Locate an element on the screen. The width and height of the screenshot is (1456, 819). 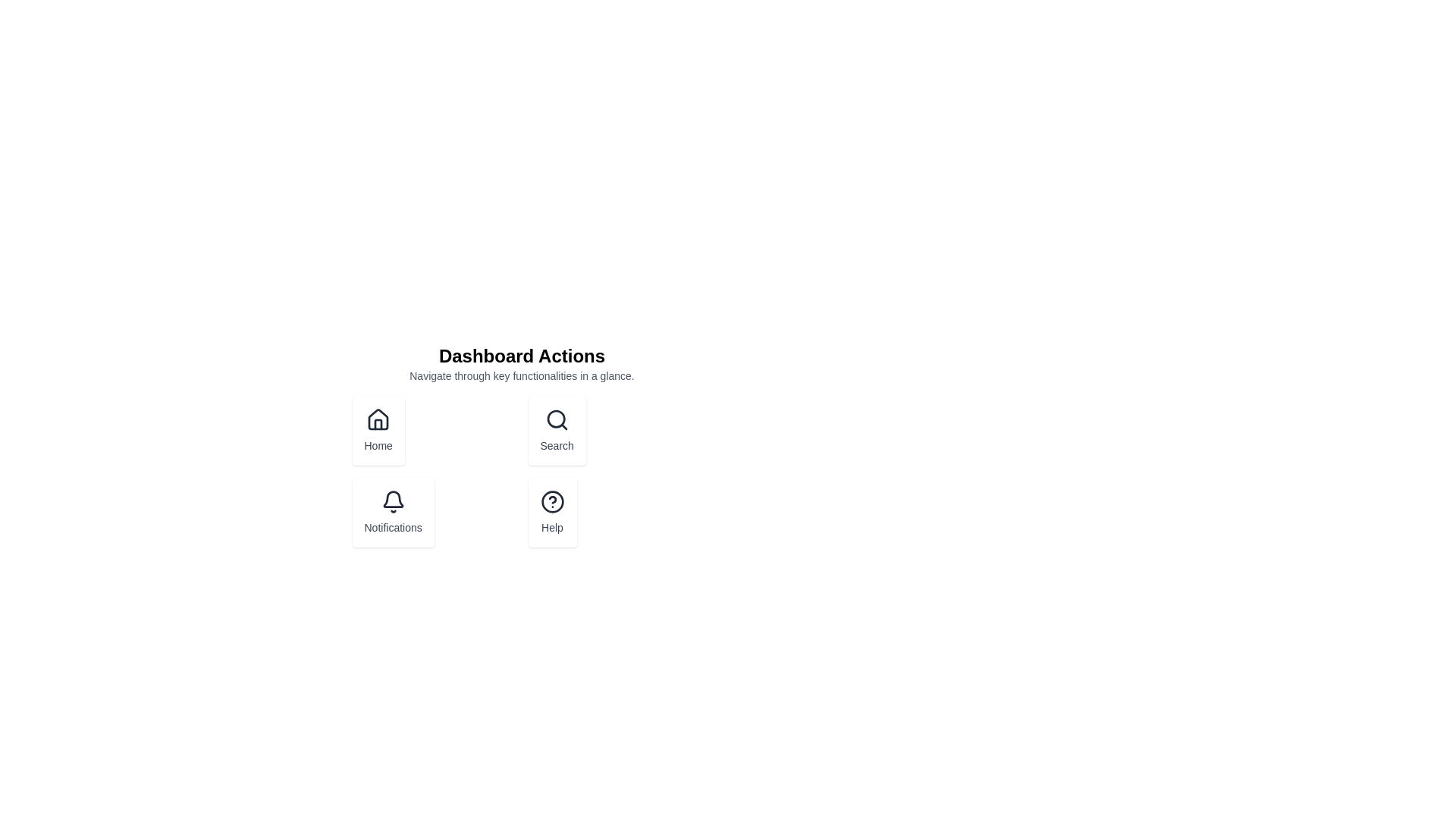
the home SVG icon located in the top-left corner of the grid layout under the 'Dashboard Actions' section is located at coordinates (378, 420).